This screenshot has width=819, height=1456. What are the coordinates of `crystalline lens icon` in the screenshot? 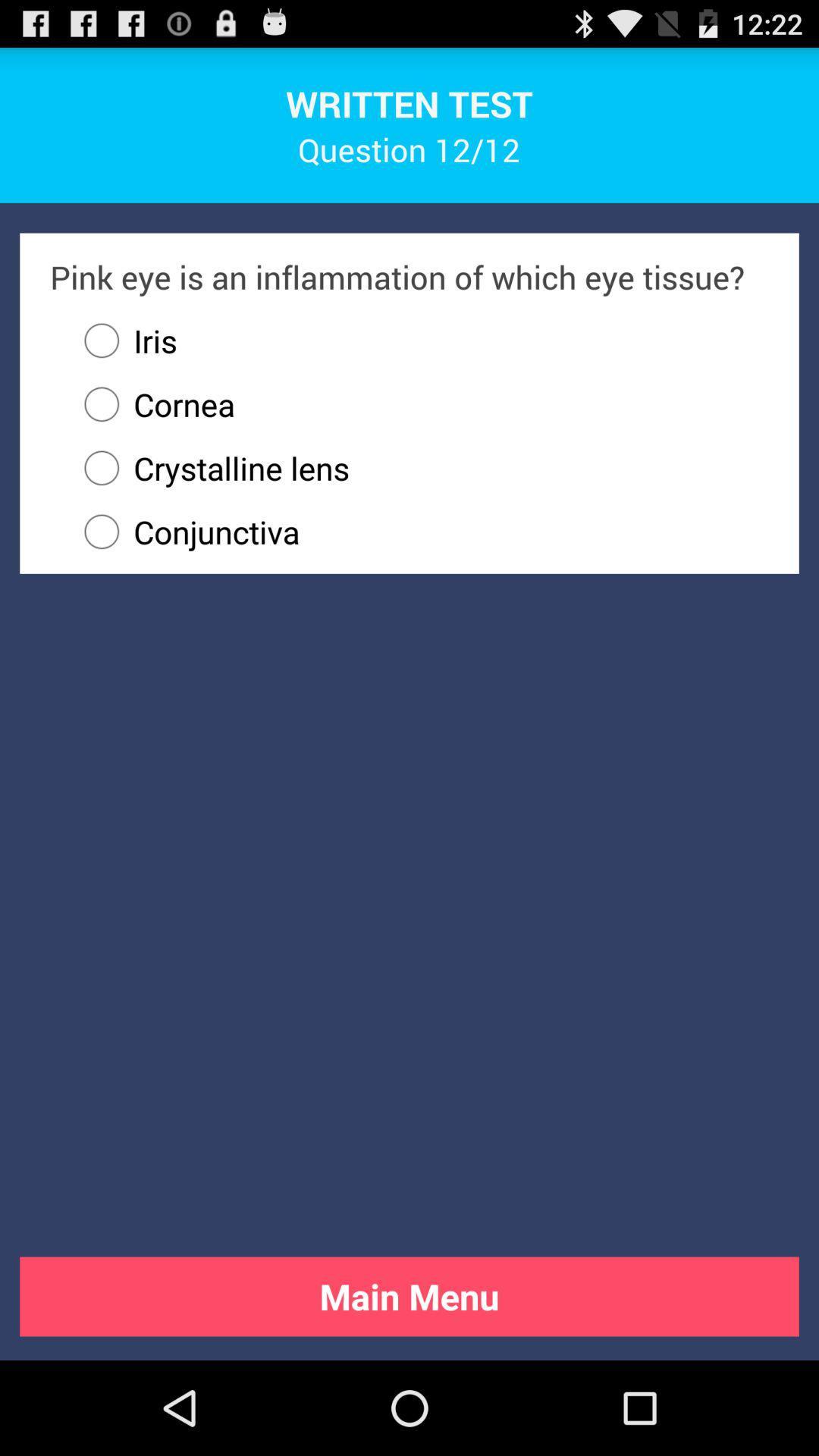 It's located at (419, 467).